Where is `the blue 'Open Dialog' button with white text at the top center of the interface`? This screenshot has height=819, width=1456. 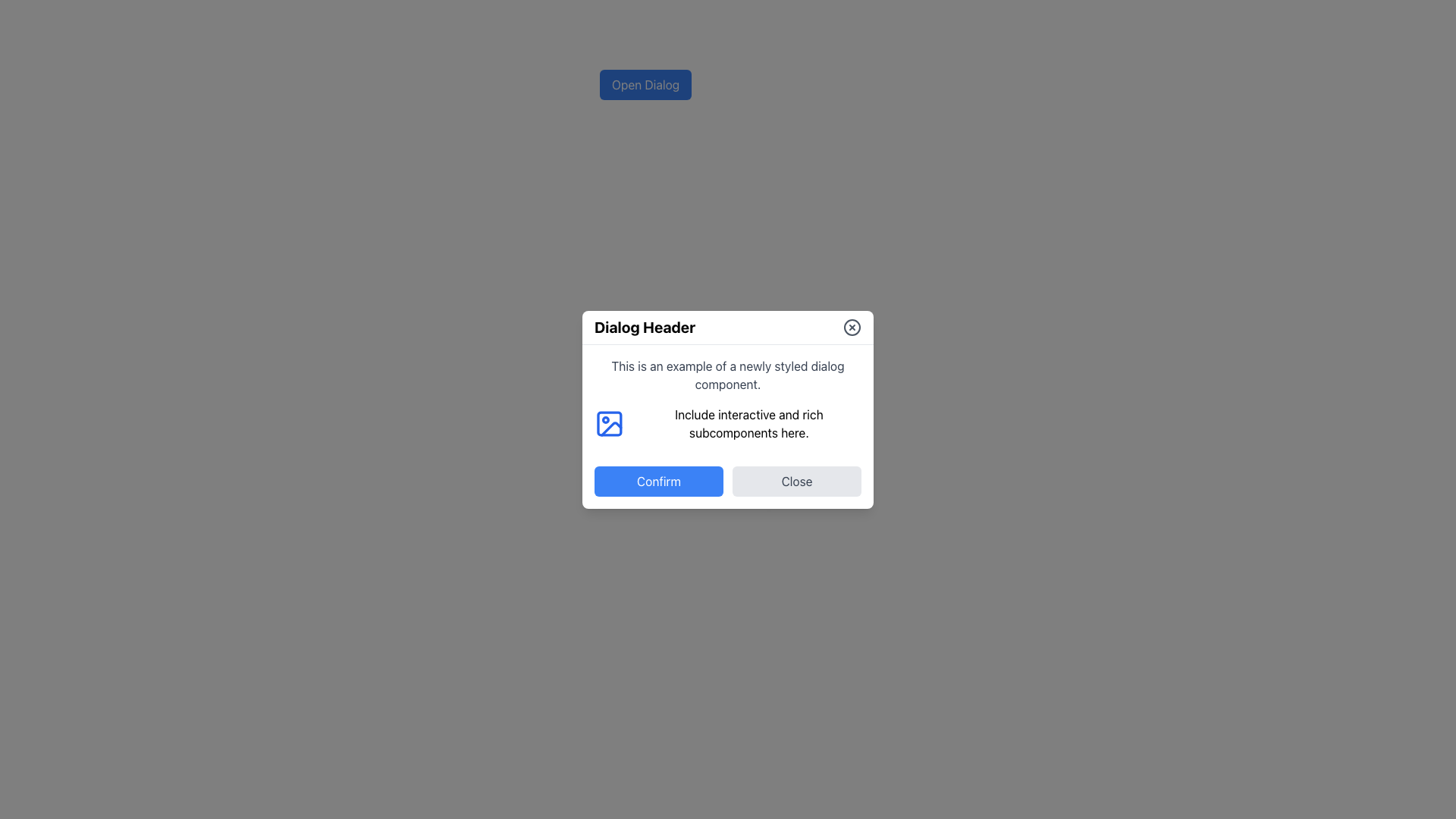
the blue 'Open Dialog' button with white text at the top center of the interface is located at coordinates (645, 84).